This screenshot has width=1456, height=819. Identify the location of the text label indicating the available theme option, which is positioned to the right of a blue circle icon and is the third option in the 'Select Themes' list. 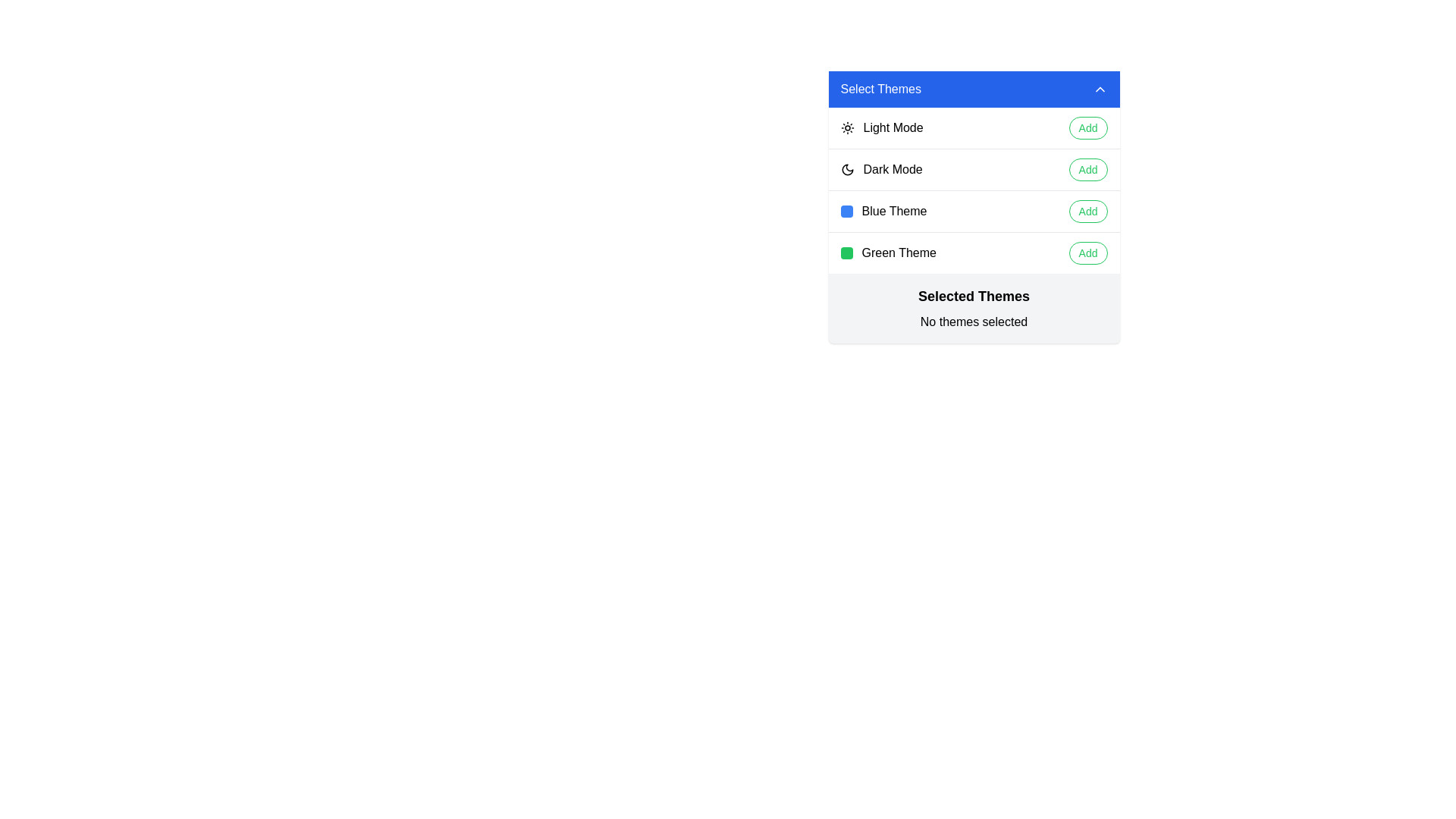
(894, 211).